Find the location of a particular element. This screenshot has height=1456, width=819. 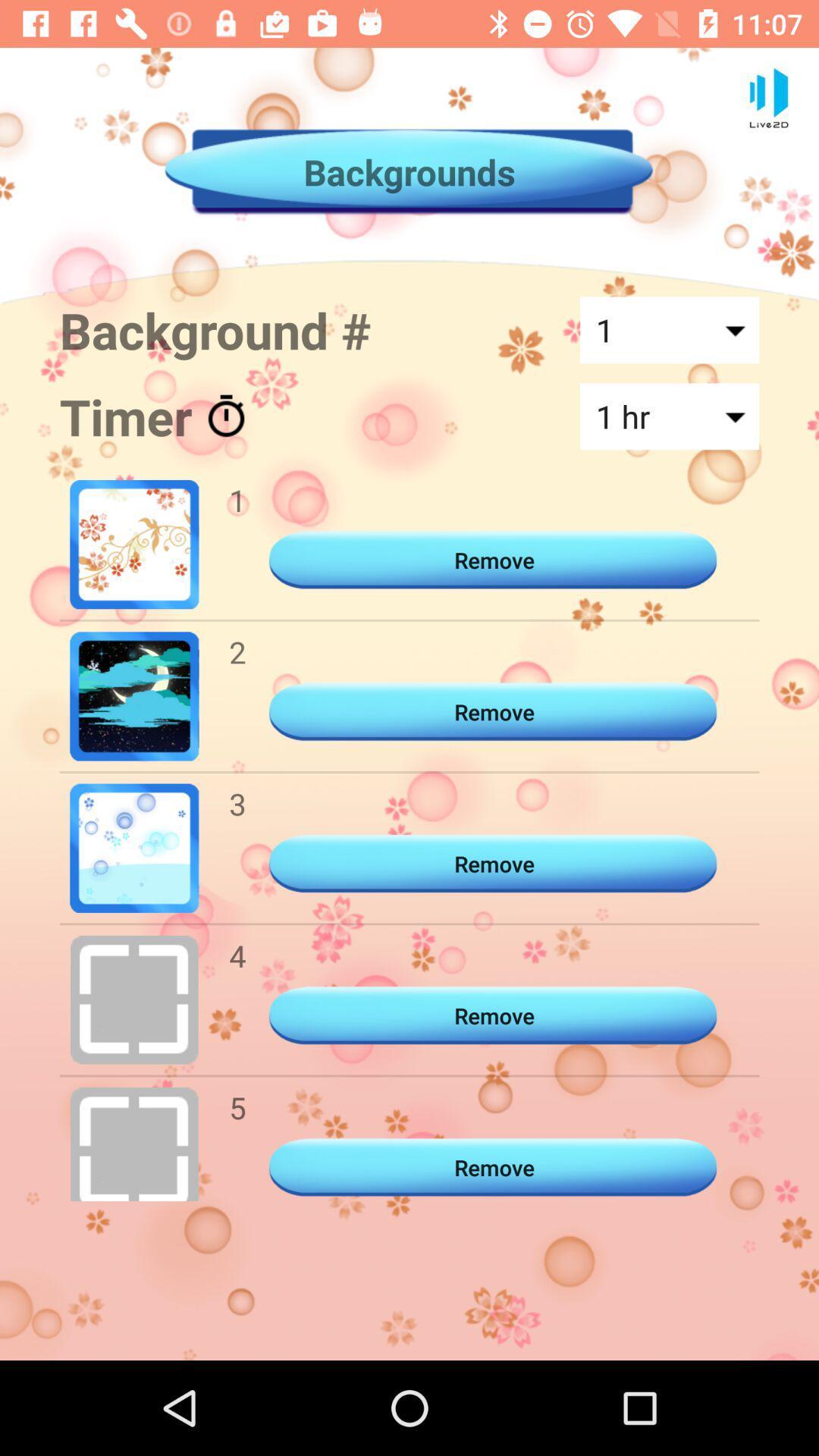

4 item is located at coordinates (237, 955).